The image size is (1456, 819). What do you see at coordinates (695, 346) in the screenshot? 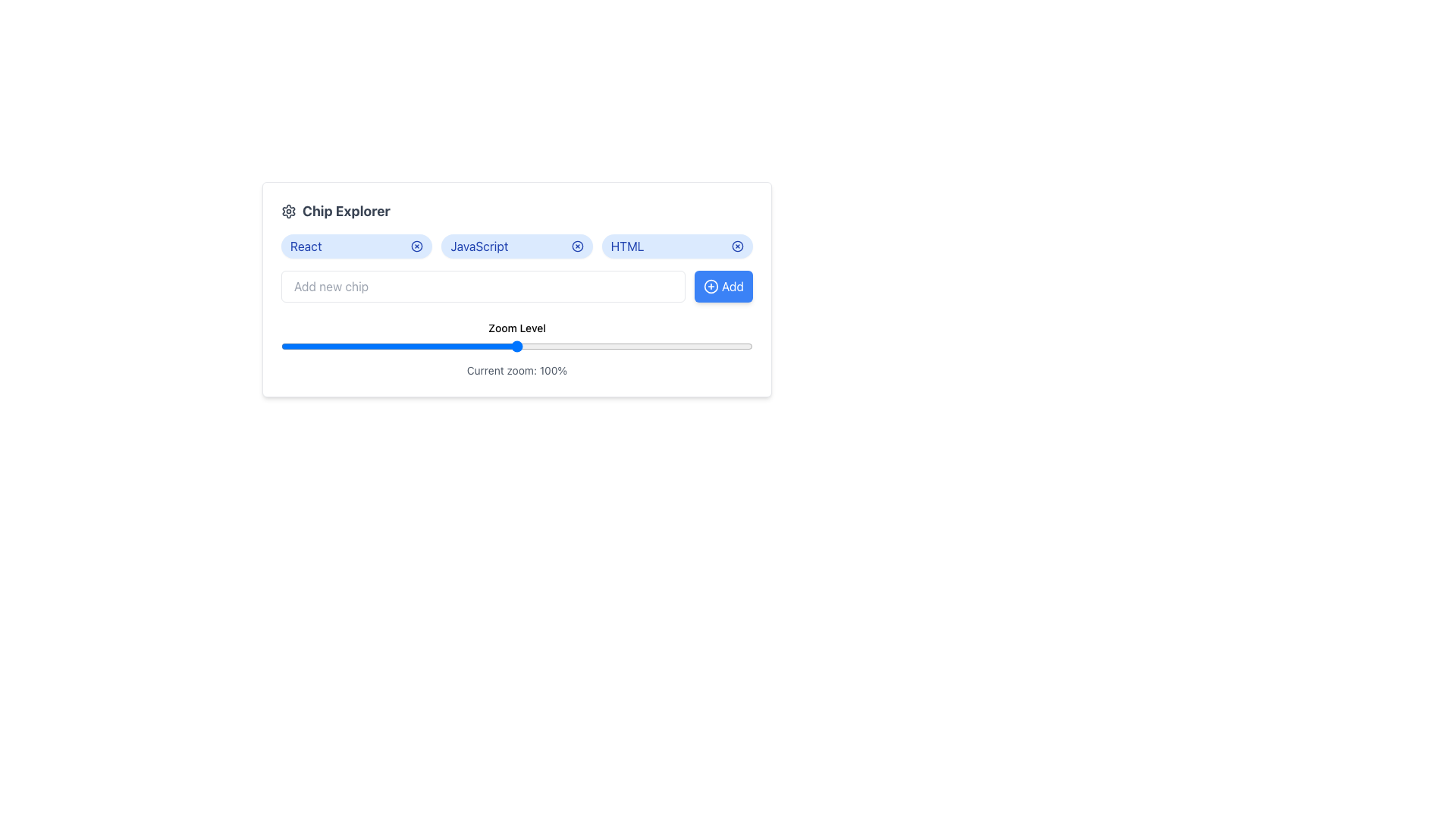
I see `zoom level` at bounding box center [695, 346].